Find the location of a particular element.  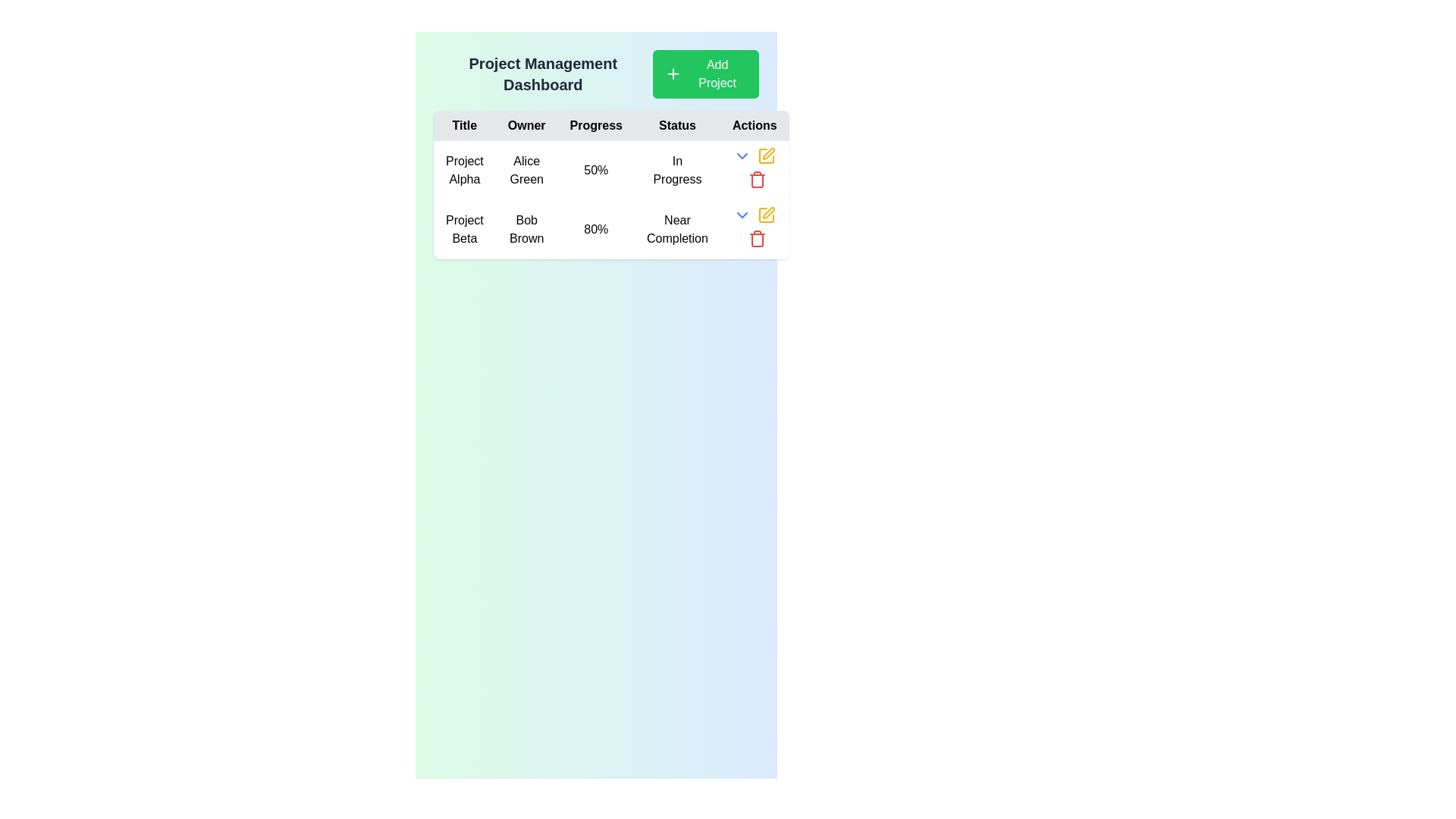

the 'Owner' column header label in the table, which is positioned horizontally between the 'Title' and 'Progress' headers is located at coordinates (526, 124).